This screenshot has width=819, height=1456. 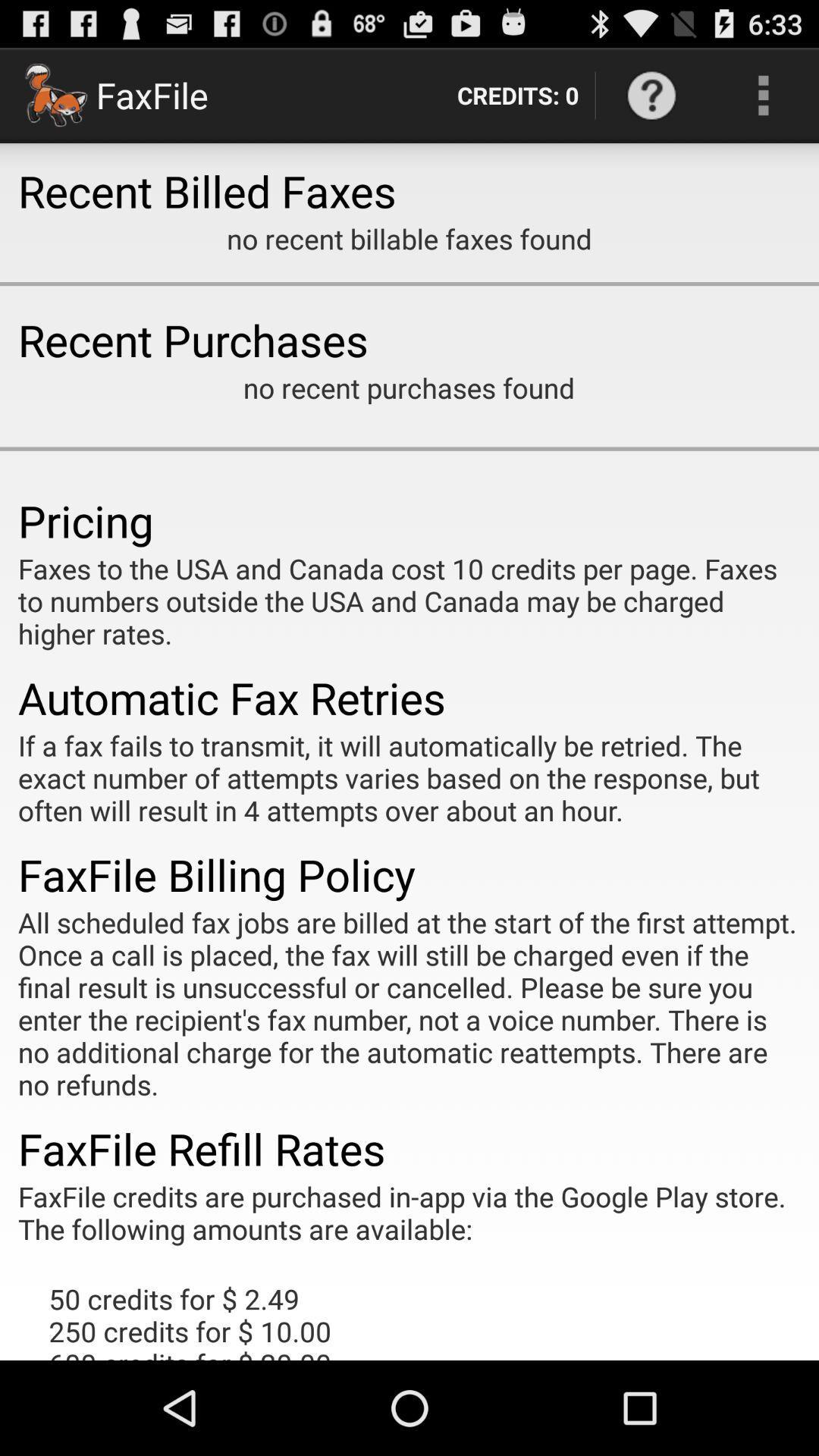 What do you see at coordinates (517, 94) in the screenshot?
I see `credits: 0 item` at bounding box center [517, 94].